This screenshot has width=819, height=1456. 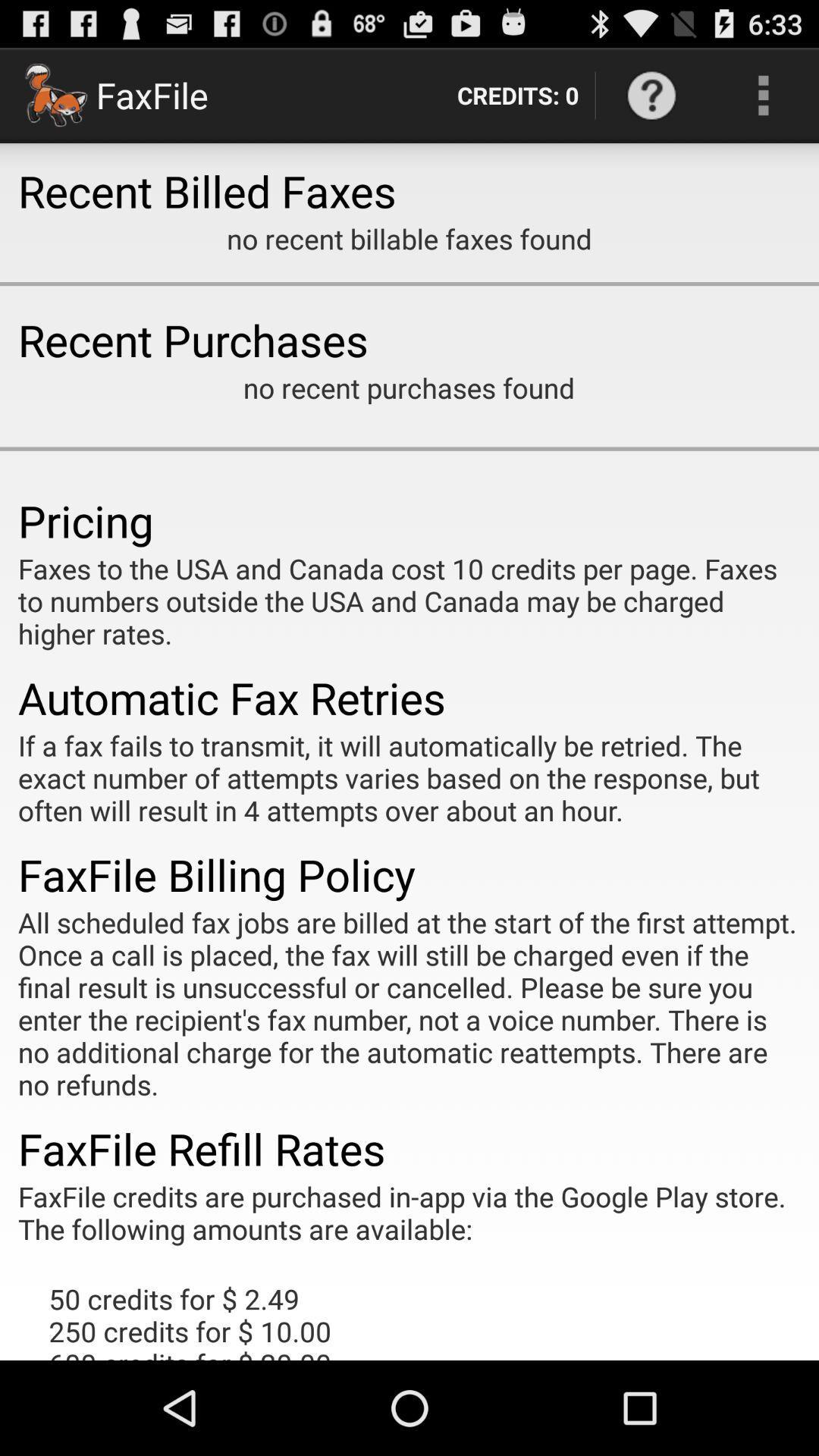 What do you see at coordinates (517, 94) in the screenshot?
I see `credits: 0 item` at bounding box center [517, 94].